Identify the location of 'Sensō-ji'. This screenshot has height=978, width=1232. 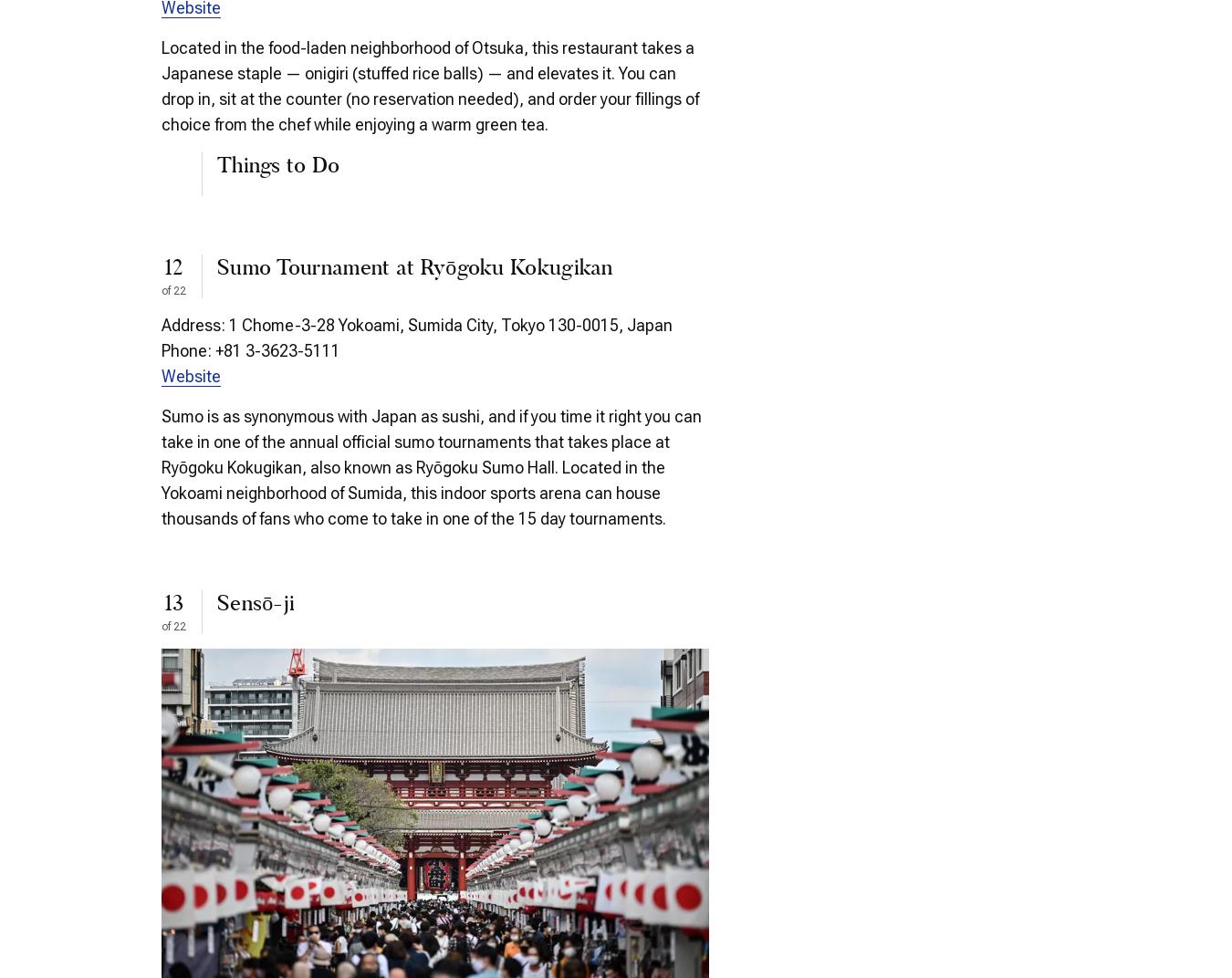
(255, 605).